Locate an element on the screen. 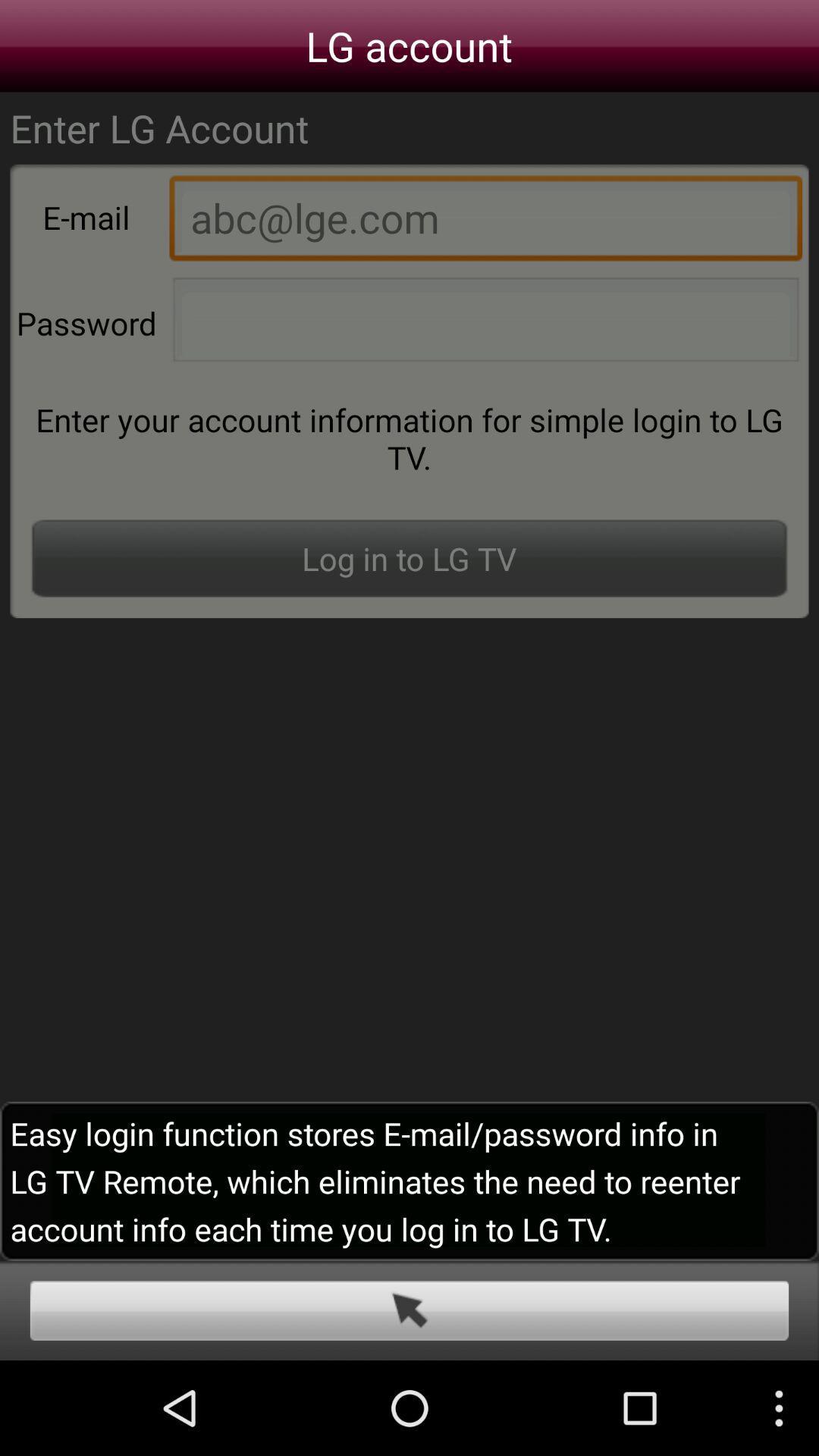 This screenshot has height=1456, width=819. the password is located at coordinates (485, 323).